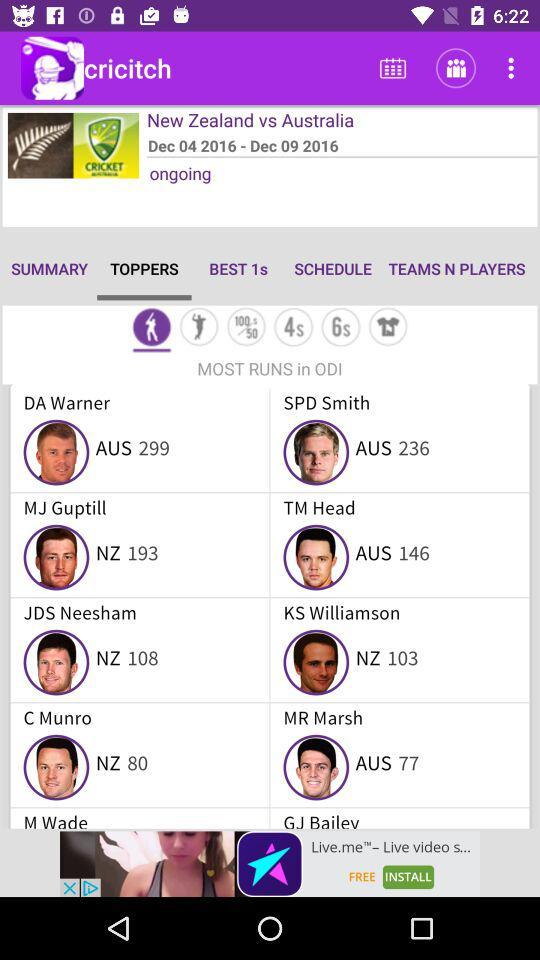  What do you see at coordinates (339, 329) in the screenshot?
I see `change category` at bounding box center [339, 329].